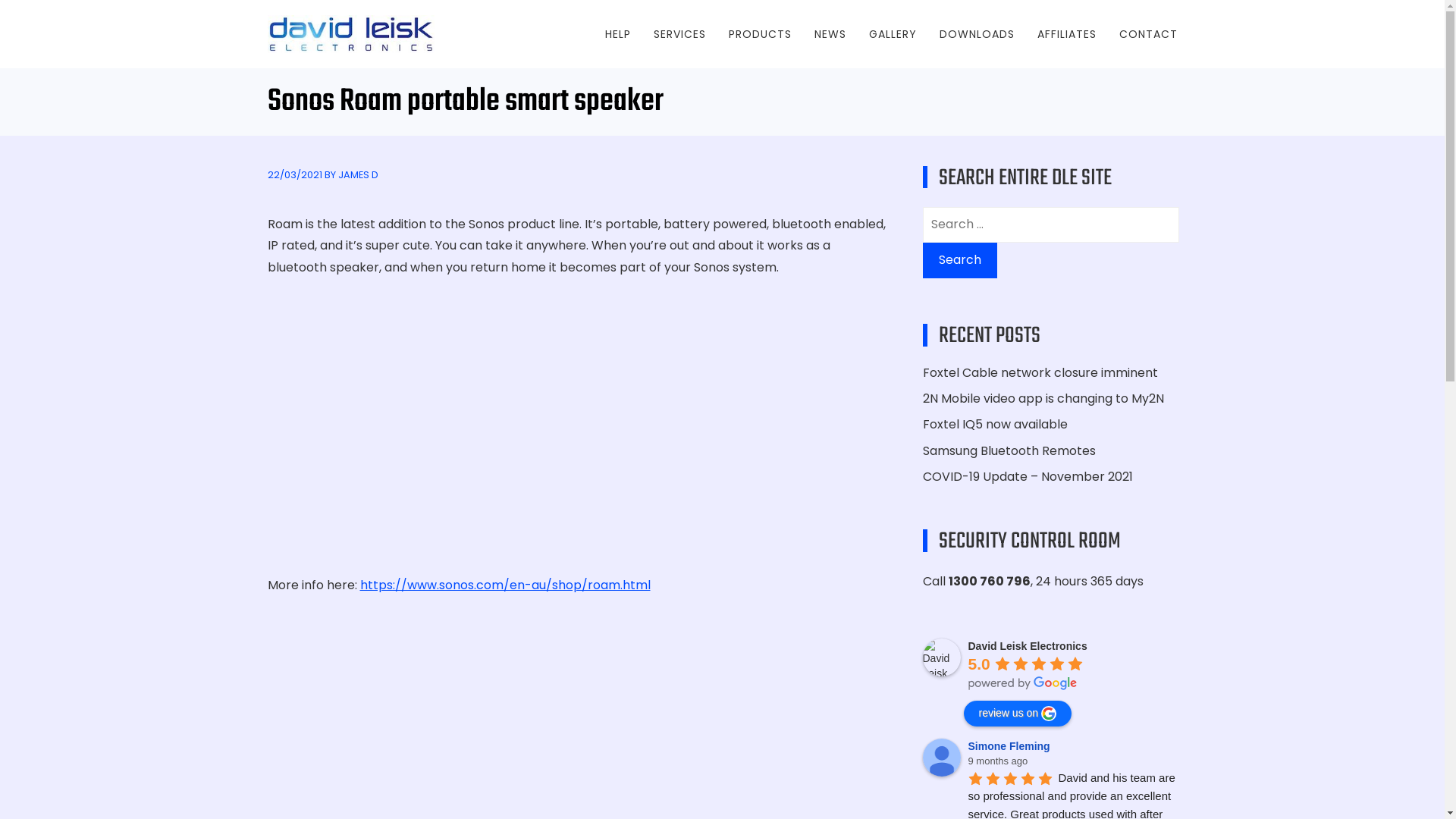  Describe the element at coordinates (1039, 372) in the screenshot. I see `'Foxtel Cable network closure imminent'` at that location.